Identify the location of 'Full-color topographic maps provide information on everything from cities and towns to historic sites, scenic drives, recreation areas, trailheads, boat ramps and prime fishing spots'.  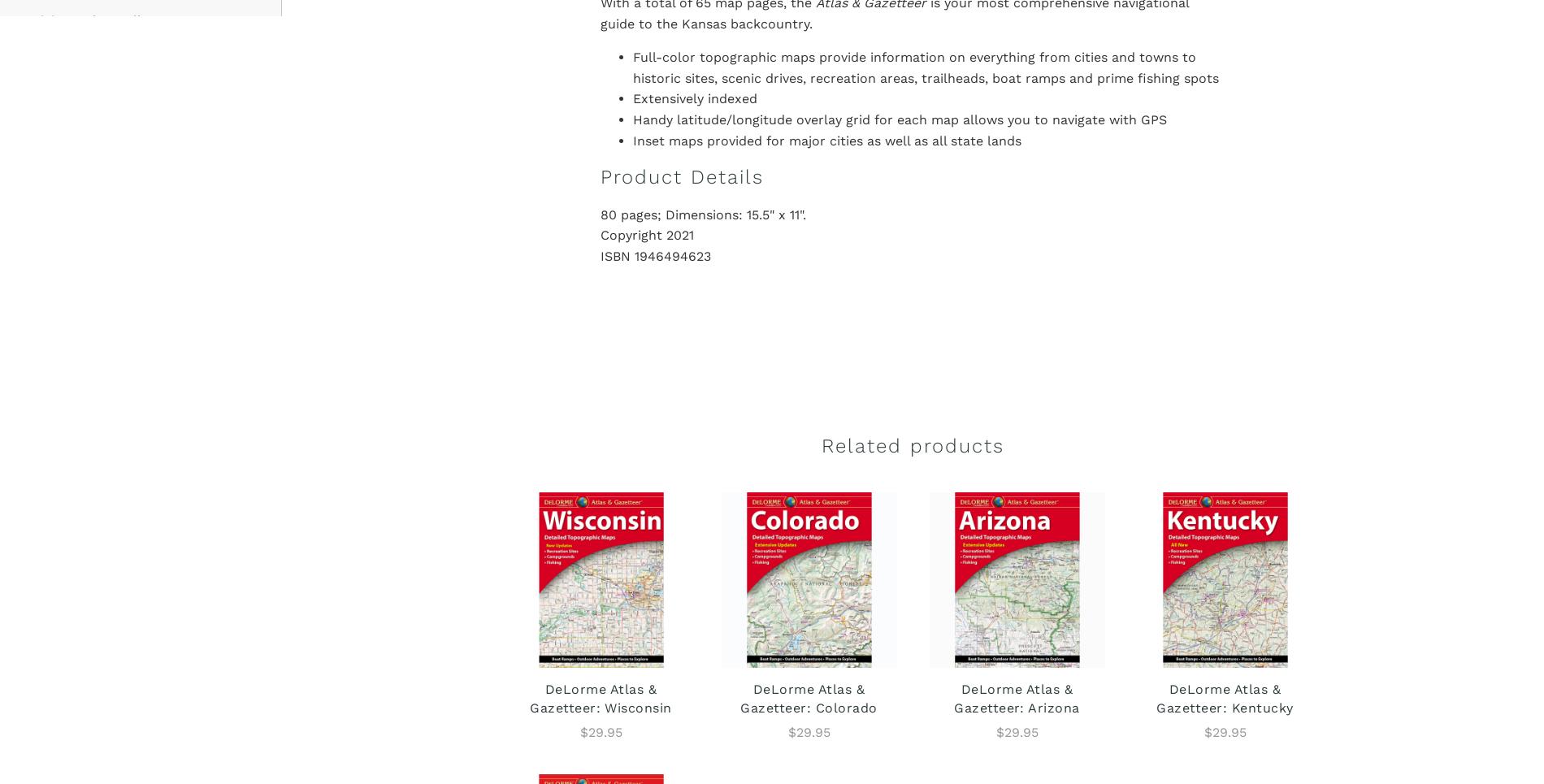
(925, 66).